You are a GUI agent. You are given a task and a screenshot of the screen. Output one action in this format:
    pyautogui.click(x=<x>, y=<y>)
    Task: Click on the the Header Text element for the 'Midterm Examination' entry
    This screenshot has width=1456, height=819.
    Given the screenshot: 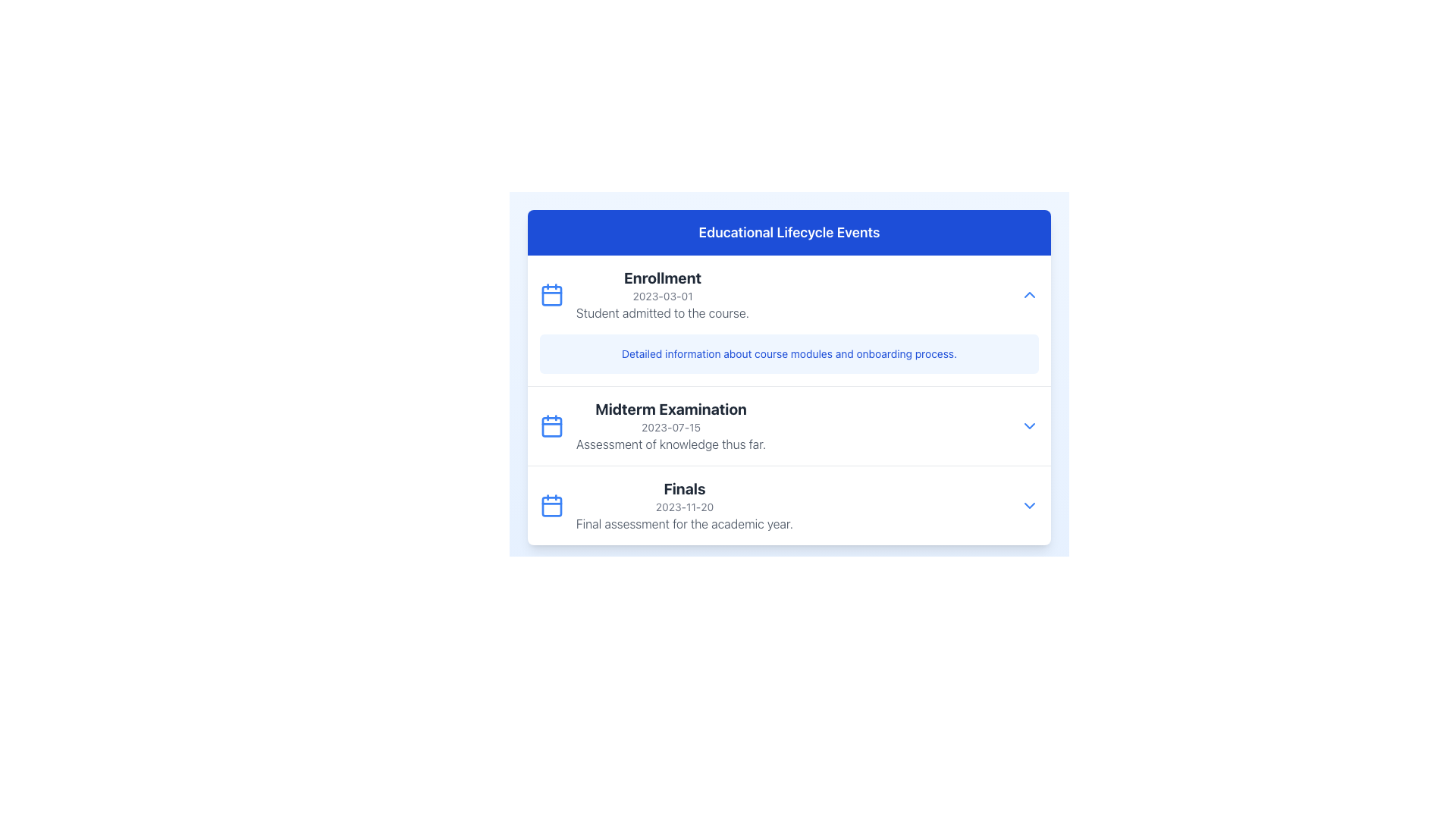 What is the action you would take?
    pyautogui.click(x=670, y=409)
    